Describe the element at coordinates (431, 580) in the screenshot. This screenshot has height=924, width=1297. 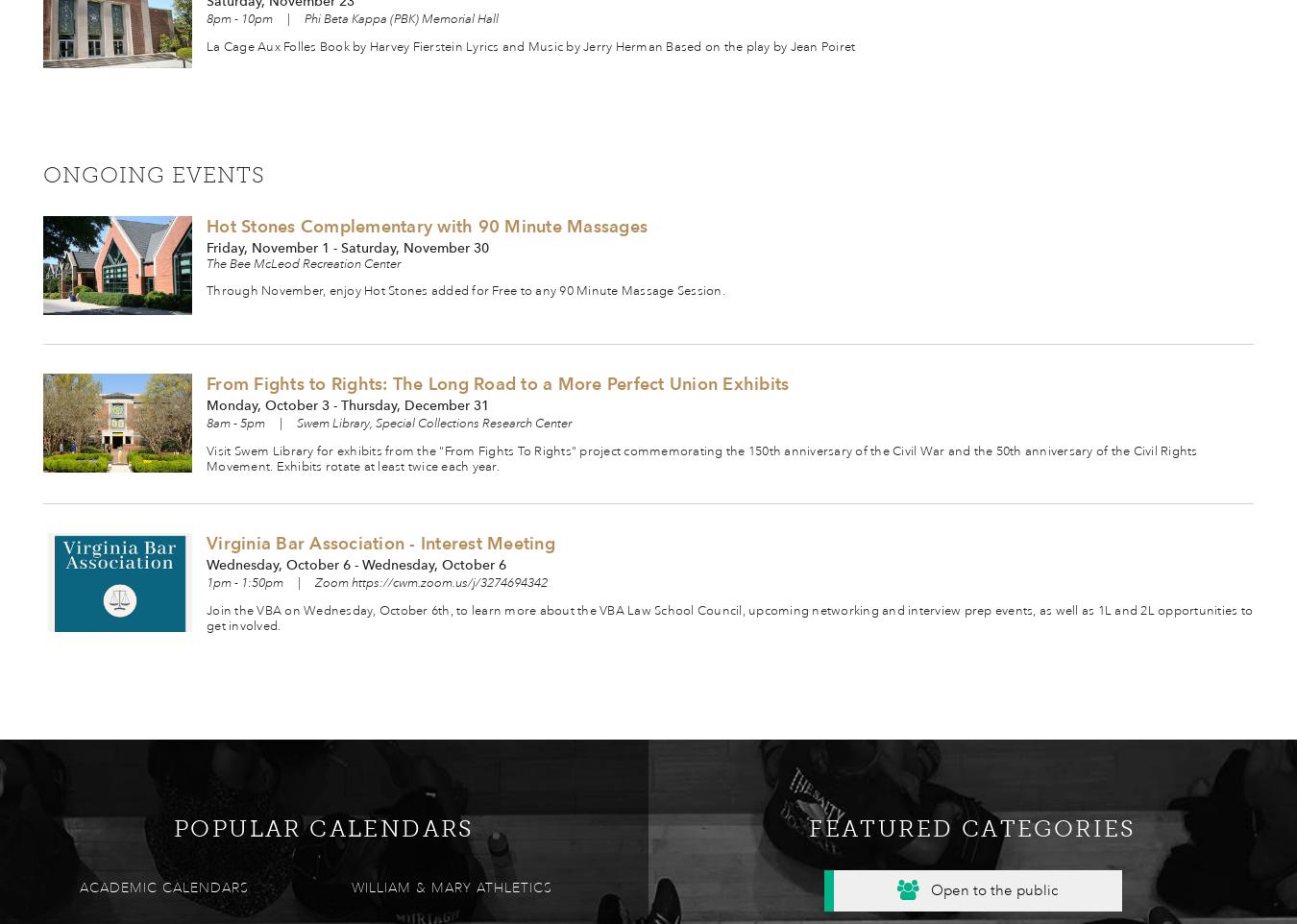
I see `'Zoom  https://cwm.zoom.us/j/3274694342'` at that location.